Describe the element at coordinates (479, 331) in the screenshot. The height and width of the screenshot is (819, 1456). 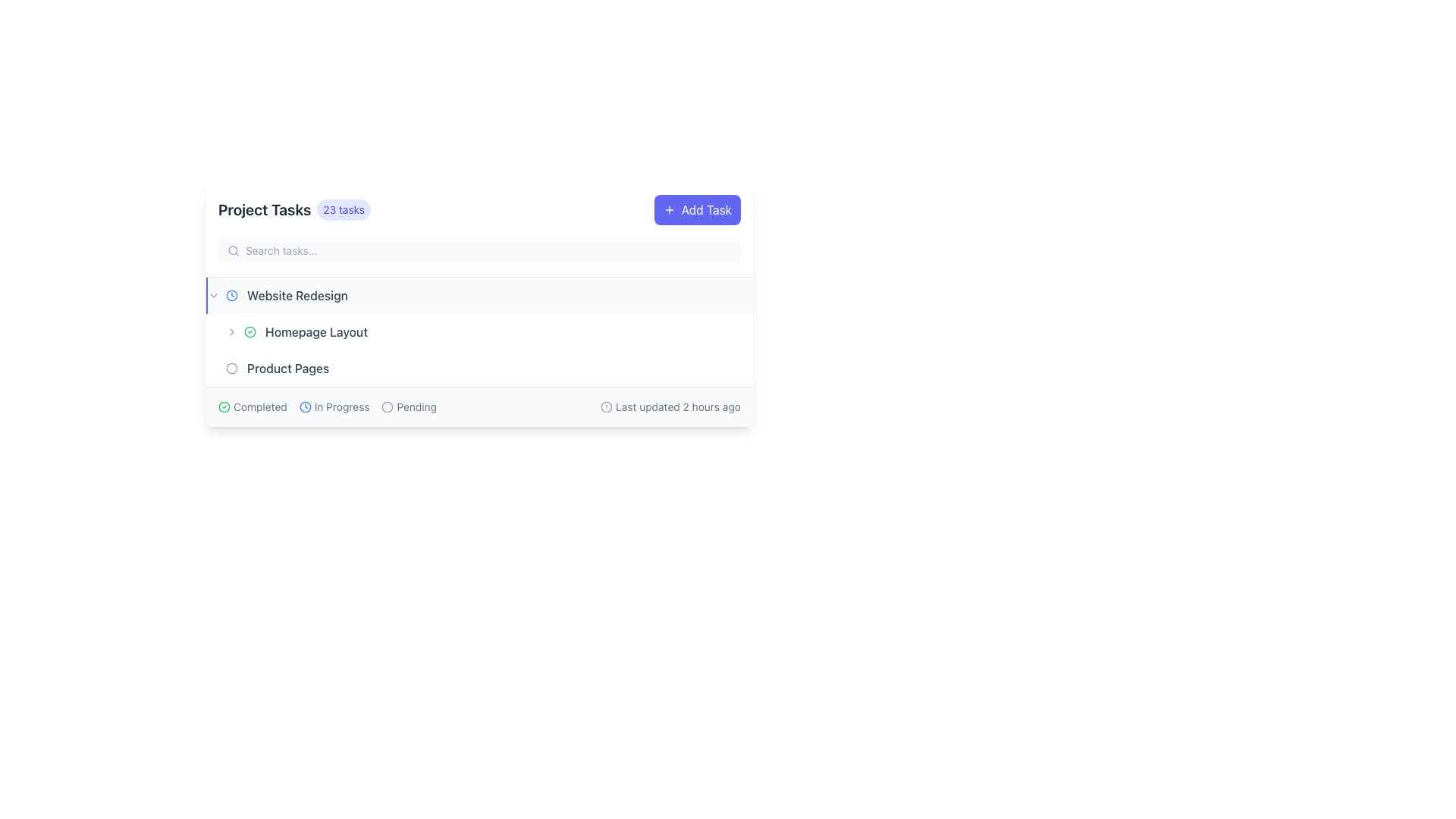
I see `the second task entry in the task list, which is located between 'Website Redesign' and 'Product Pages'` at that location.